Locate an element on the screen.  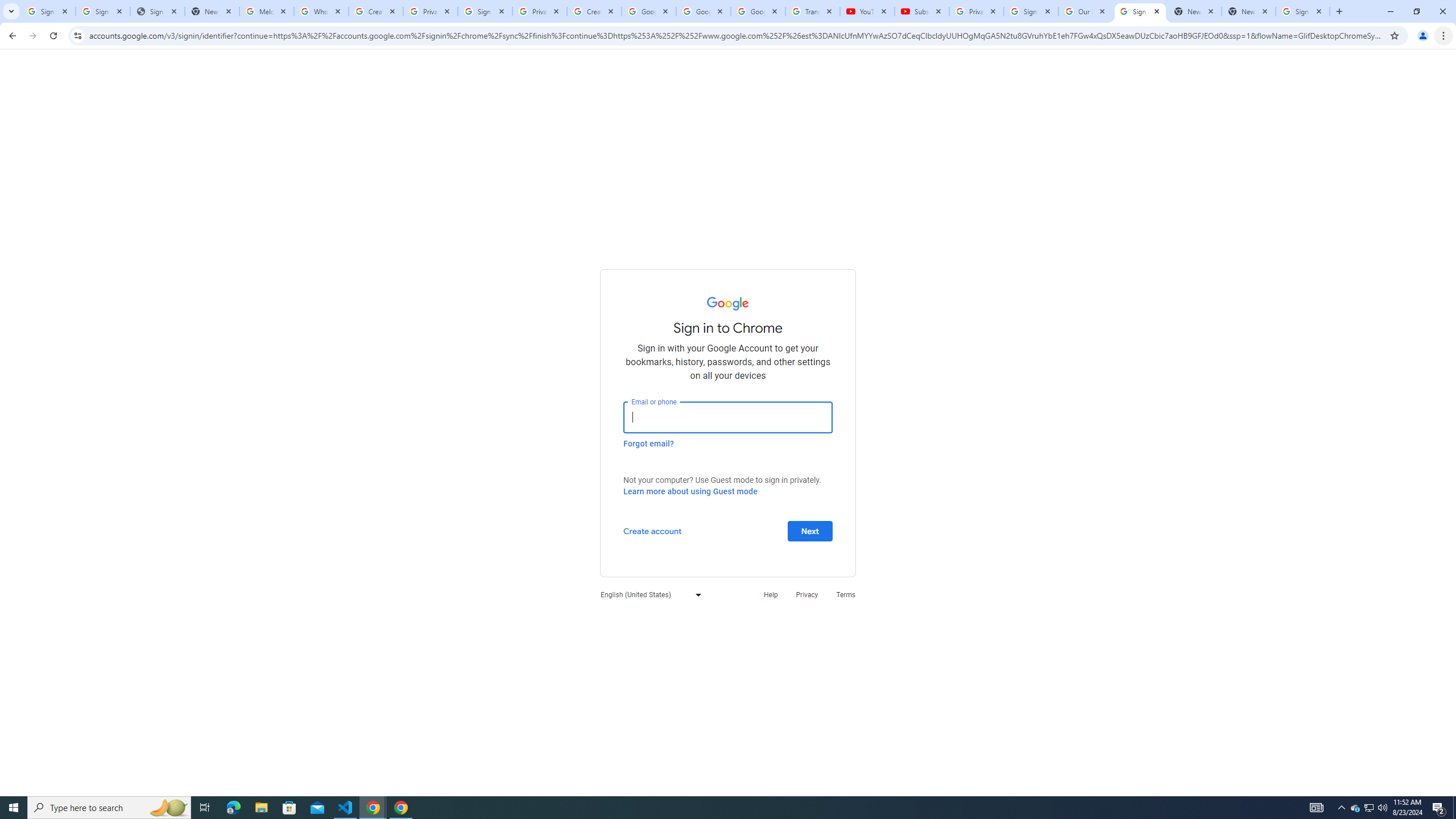
'YouTube' is located at coordinates (867, 11).